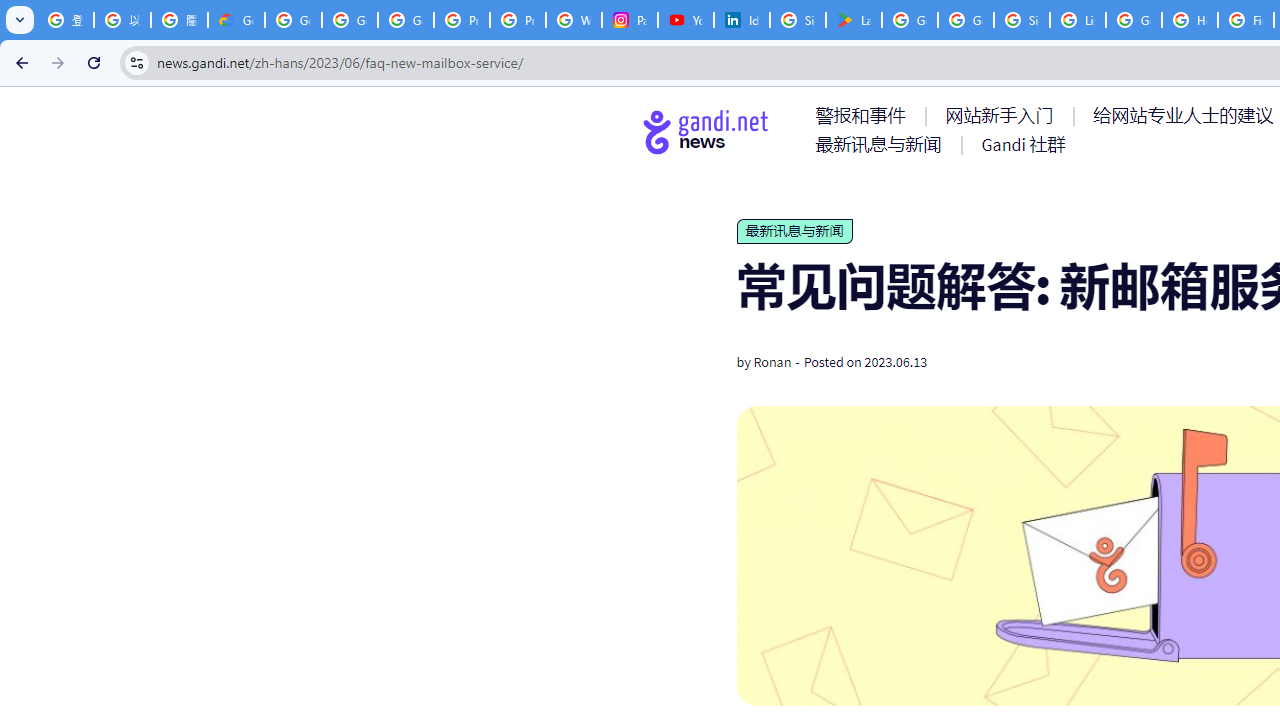  What do you see at coordinates (864, 115) in the screenshot?
I see `'AutomationID: menu-item-77761'` at bounding box center [864, 115].